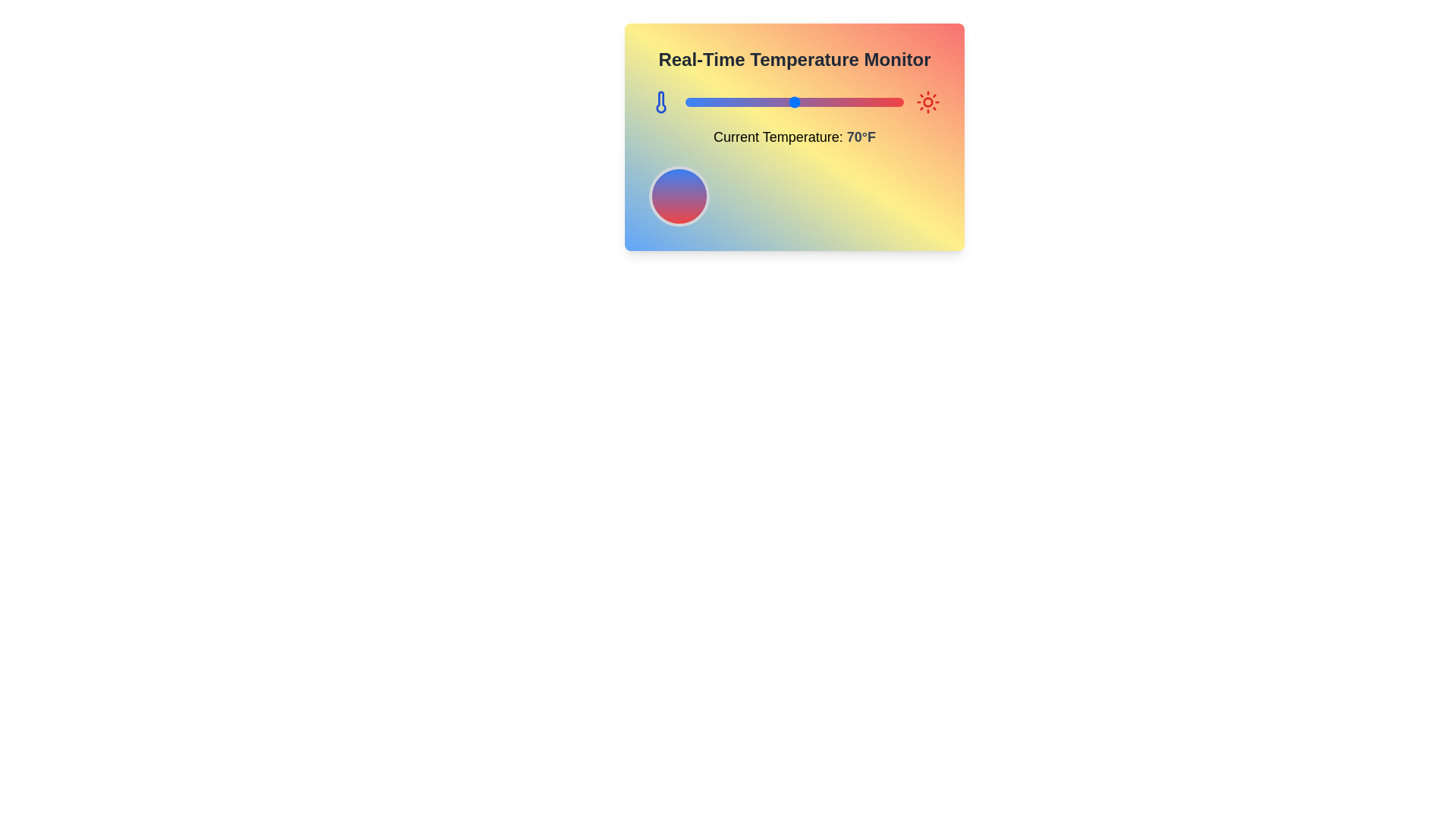 The height and width of the screenshot is (819, 1456). I want to click on the temperature slider to set the temperature to 67°F, so click(788, 102).